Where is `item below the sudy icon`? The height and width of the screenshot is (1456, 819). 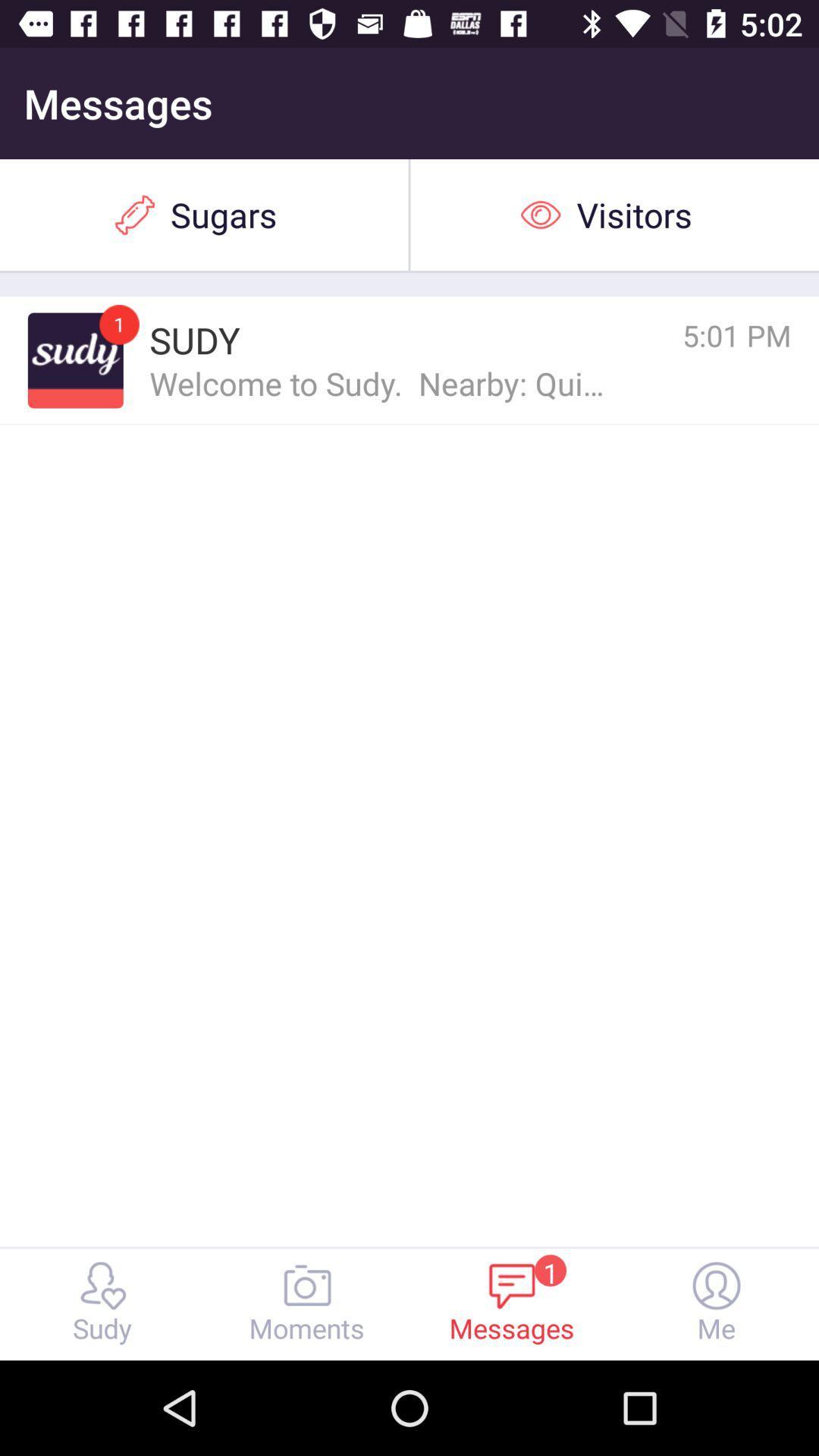
item below the sudy icon is located at coordinates (378, 382).